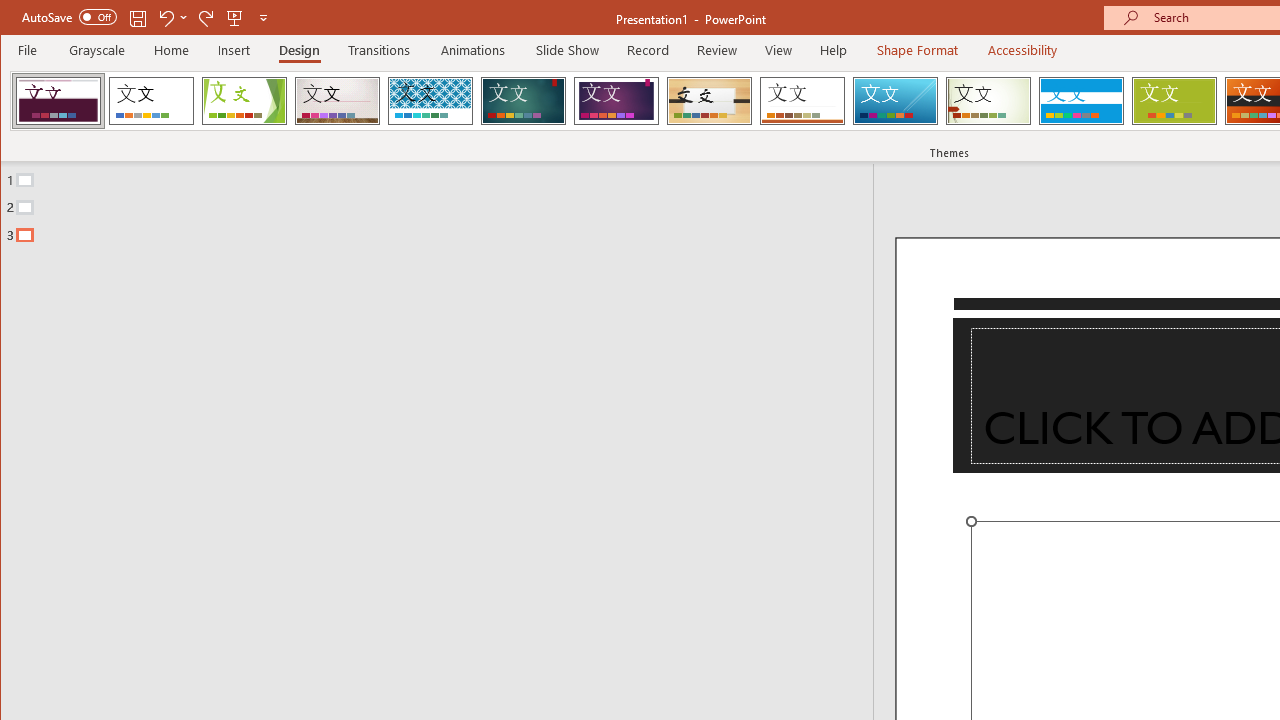  Describe the element at coordinates (243, 100) in the screenshot. I see `'Facet'` at that location.